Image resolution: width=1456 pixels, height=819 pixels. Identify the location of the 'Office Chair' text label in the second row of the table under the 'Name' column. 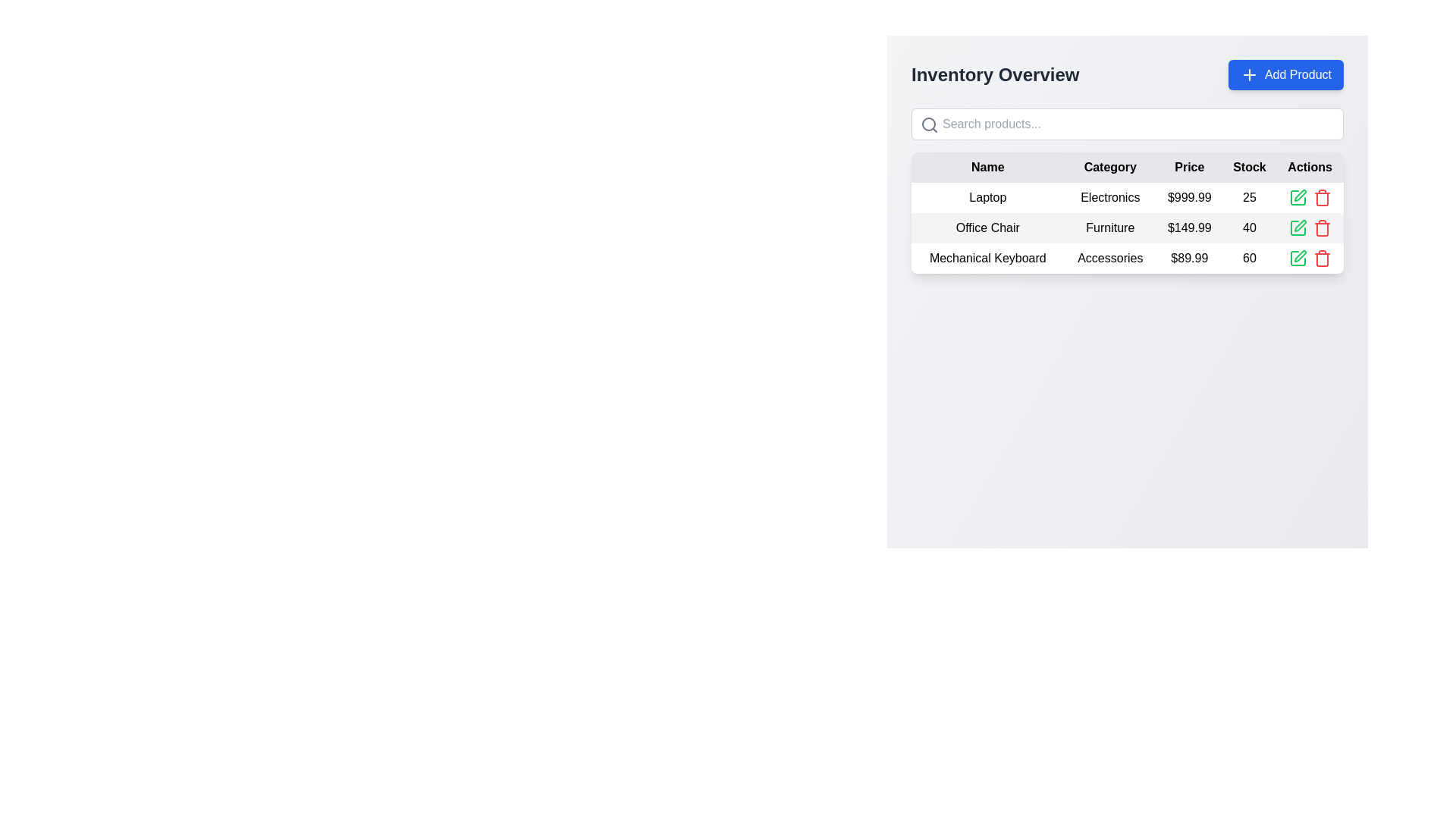
(987, 227).